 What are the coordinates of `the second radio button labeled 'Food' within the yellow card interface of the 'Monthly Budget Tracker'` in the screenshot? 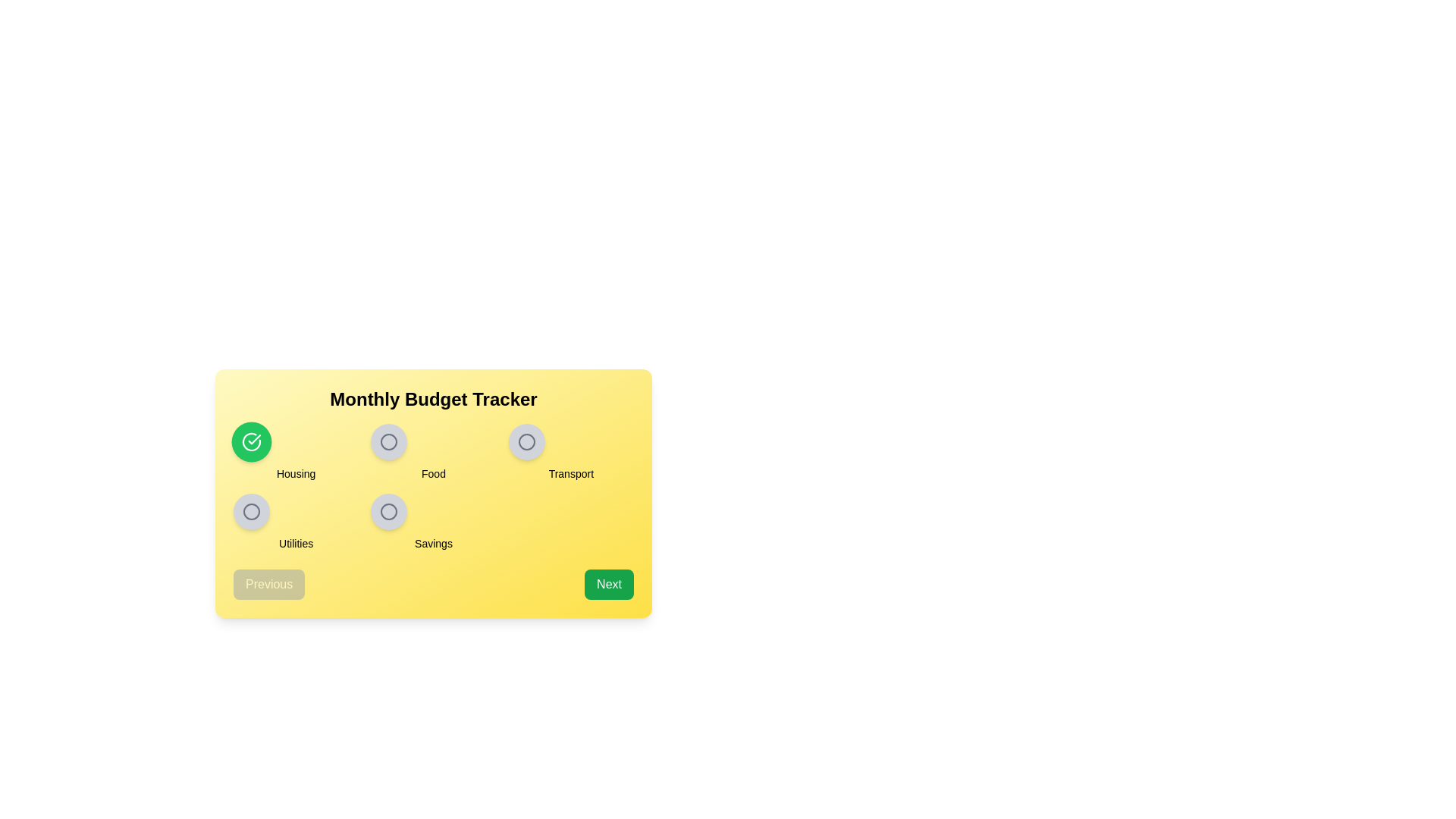 It's located at (389, 441).